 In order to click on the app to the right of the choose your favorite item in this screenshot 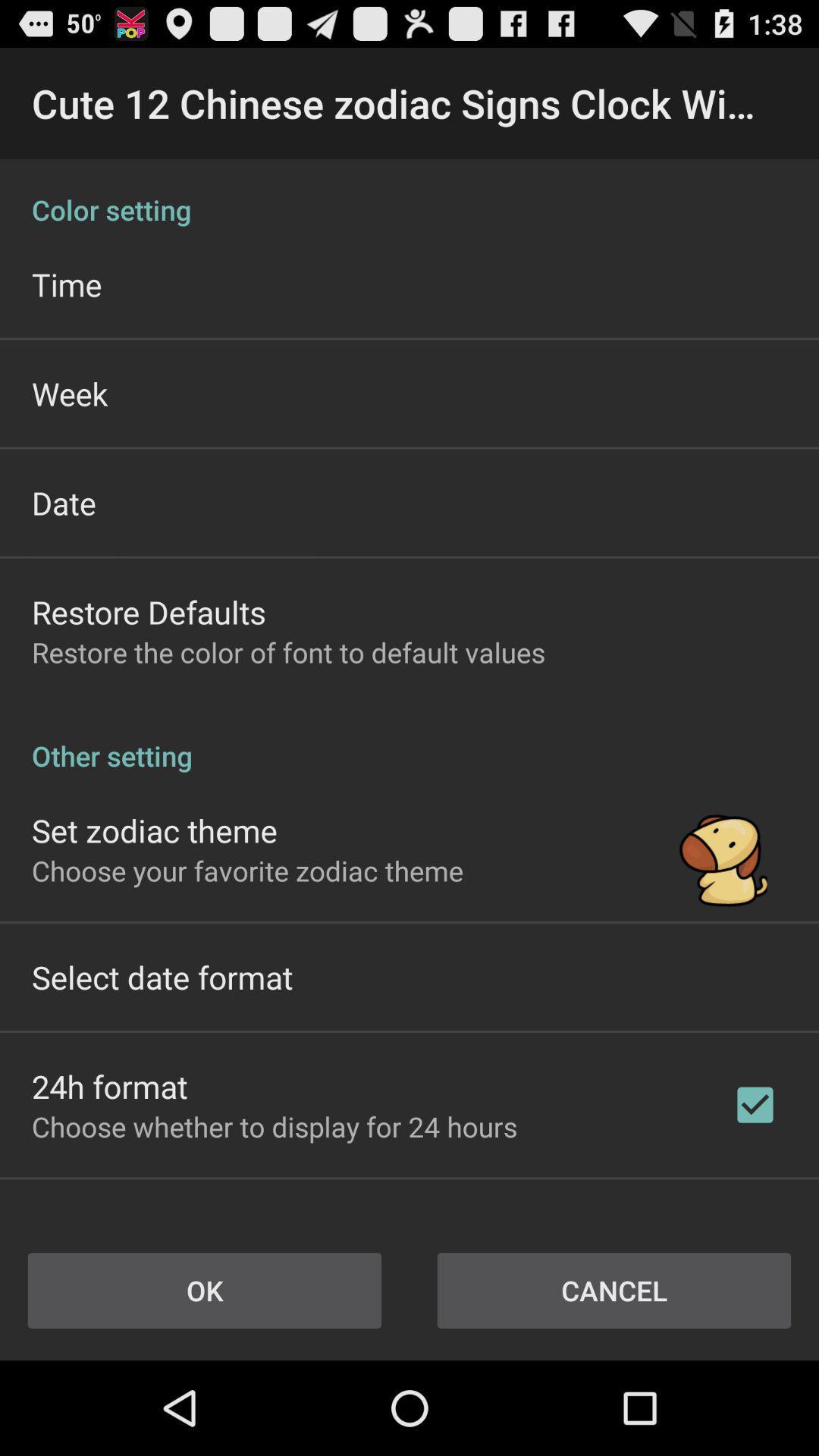, I will do `click(723, 848)`.